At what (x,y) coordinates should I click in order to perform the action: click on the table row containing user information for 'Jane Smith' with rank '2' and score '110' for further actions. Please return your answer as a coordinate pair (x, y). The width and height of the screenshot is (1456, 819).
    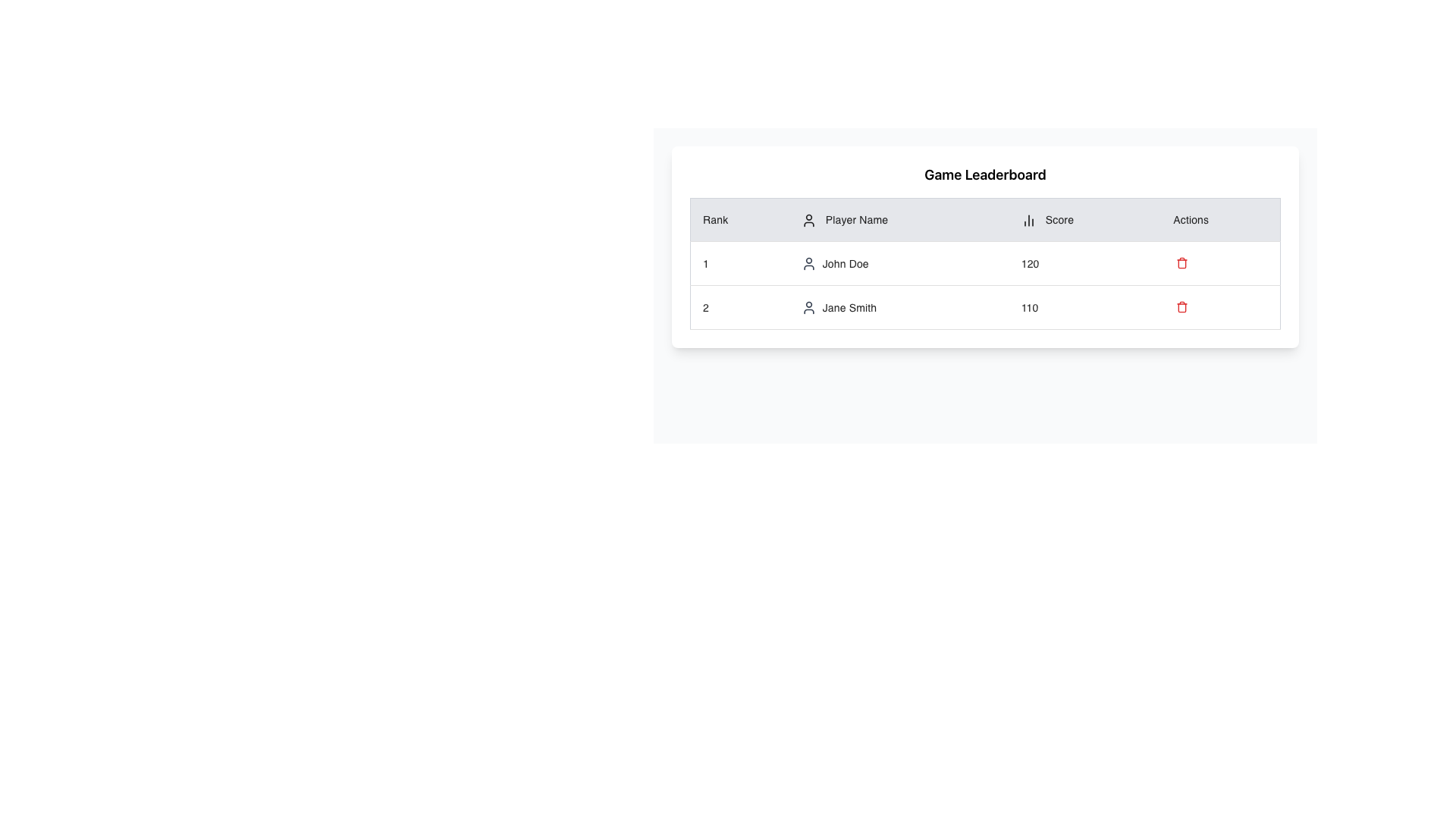
    Looking at the image, I should click on (985, 307).